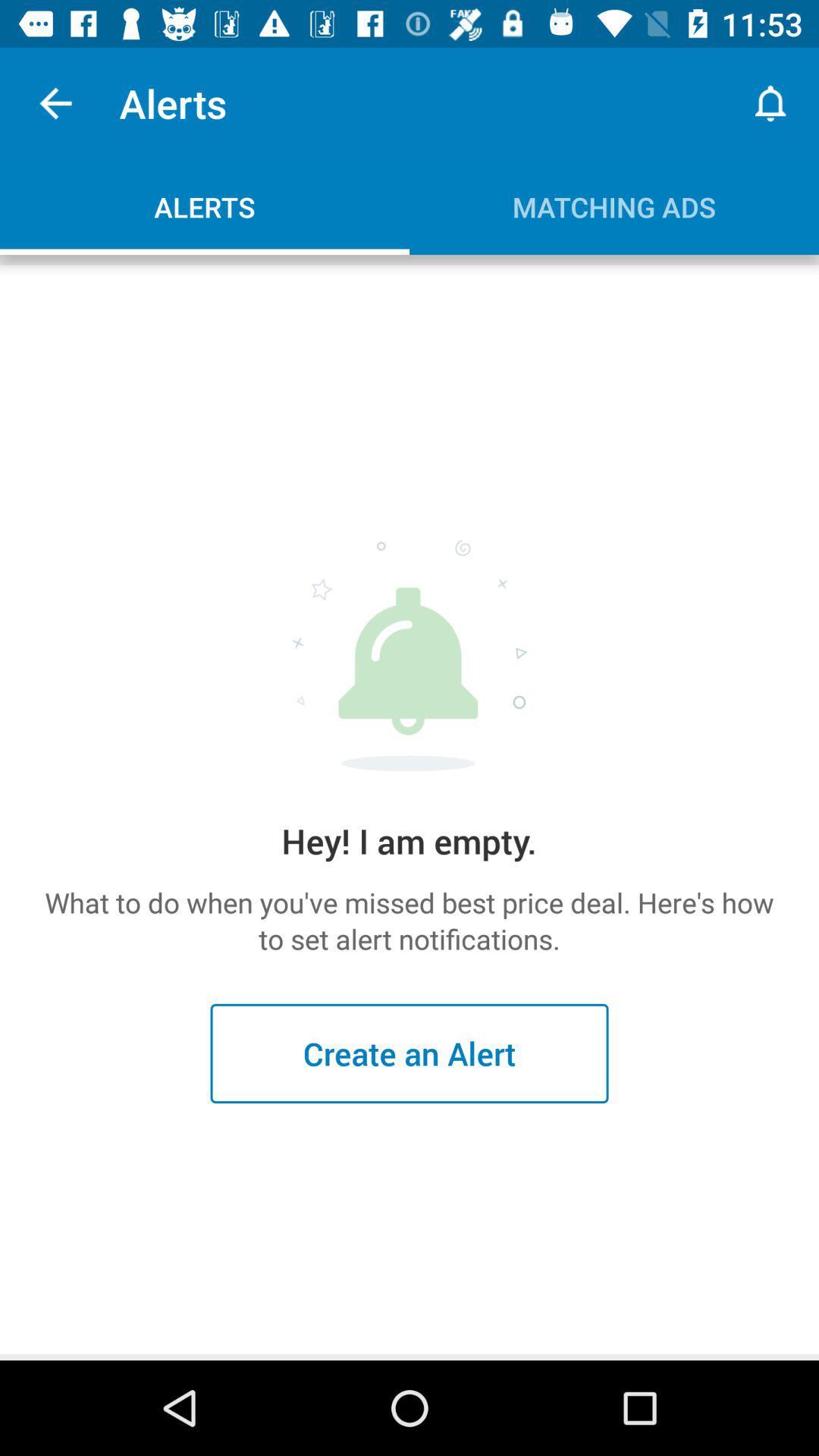 Image resolution: width=819 pixels, height=1456 pixels. I want to click on the item to the left of the alerts icon, so click(55, 102).